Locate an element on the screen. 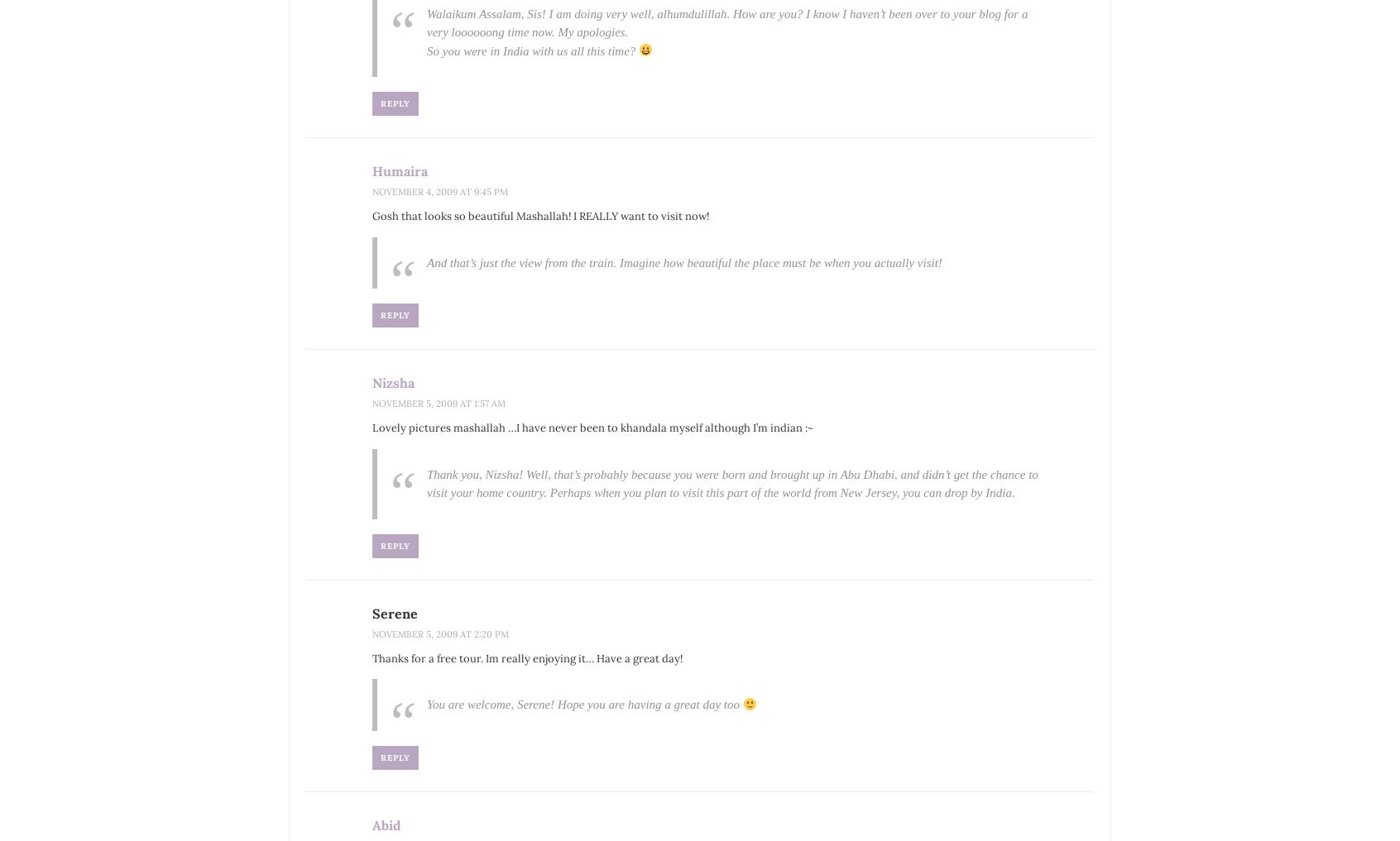 This screenshot has height=841, width=1400. 'You are welcome, Serene! Hope you are having a great day too' is located at coordinates (583, 705).